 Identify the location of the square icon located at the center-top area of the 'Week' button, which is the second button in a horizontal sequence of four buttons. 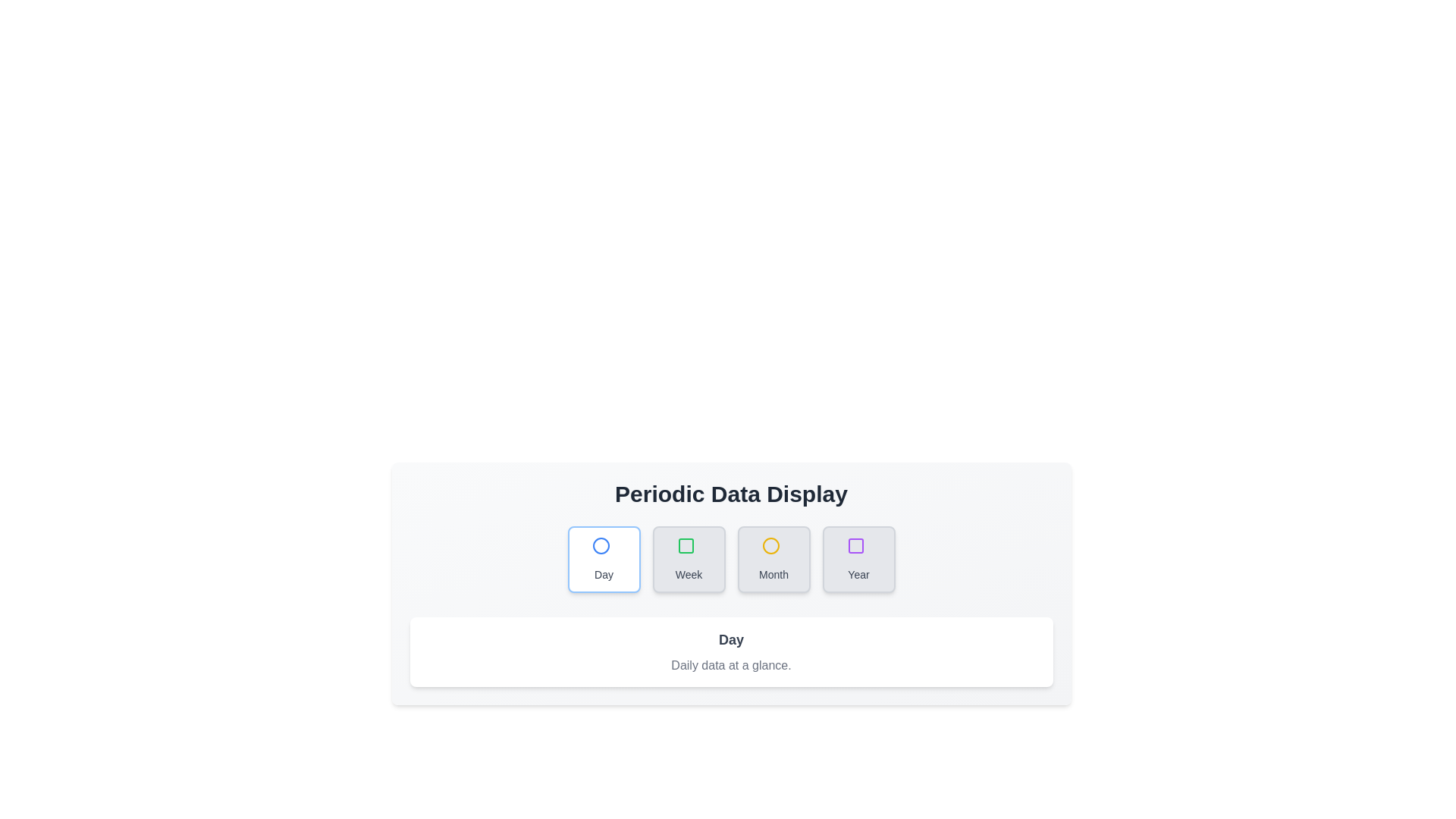
(688, 549).